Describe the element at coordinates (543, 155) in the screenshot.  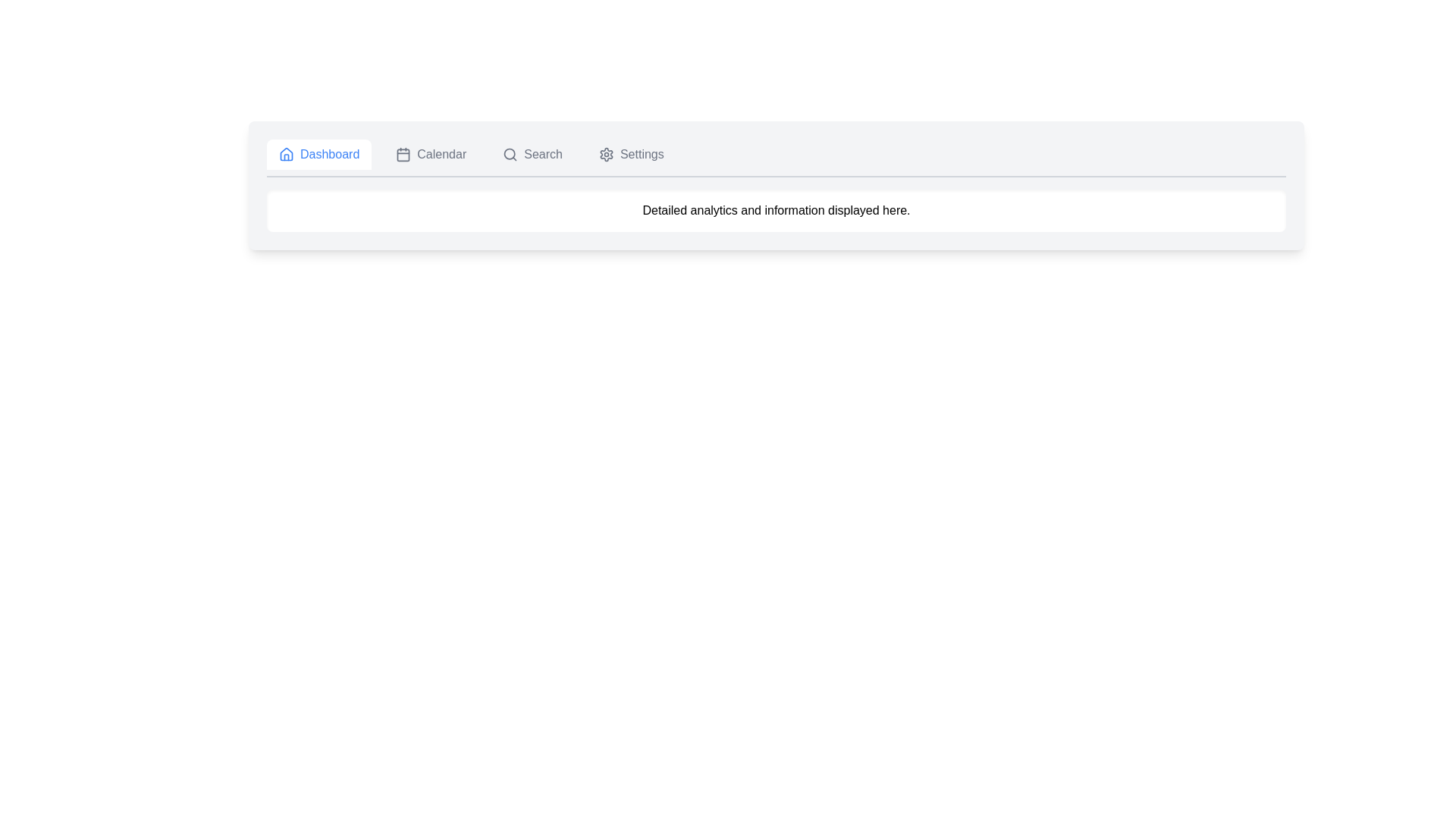
I see `text label that guides users to initiate a search action, positioned at the center-right of the top navigation bar` at that location.